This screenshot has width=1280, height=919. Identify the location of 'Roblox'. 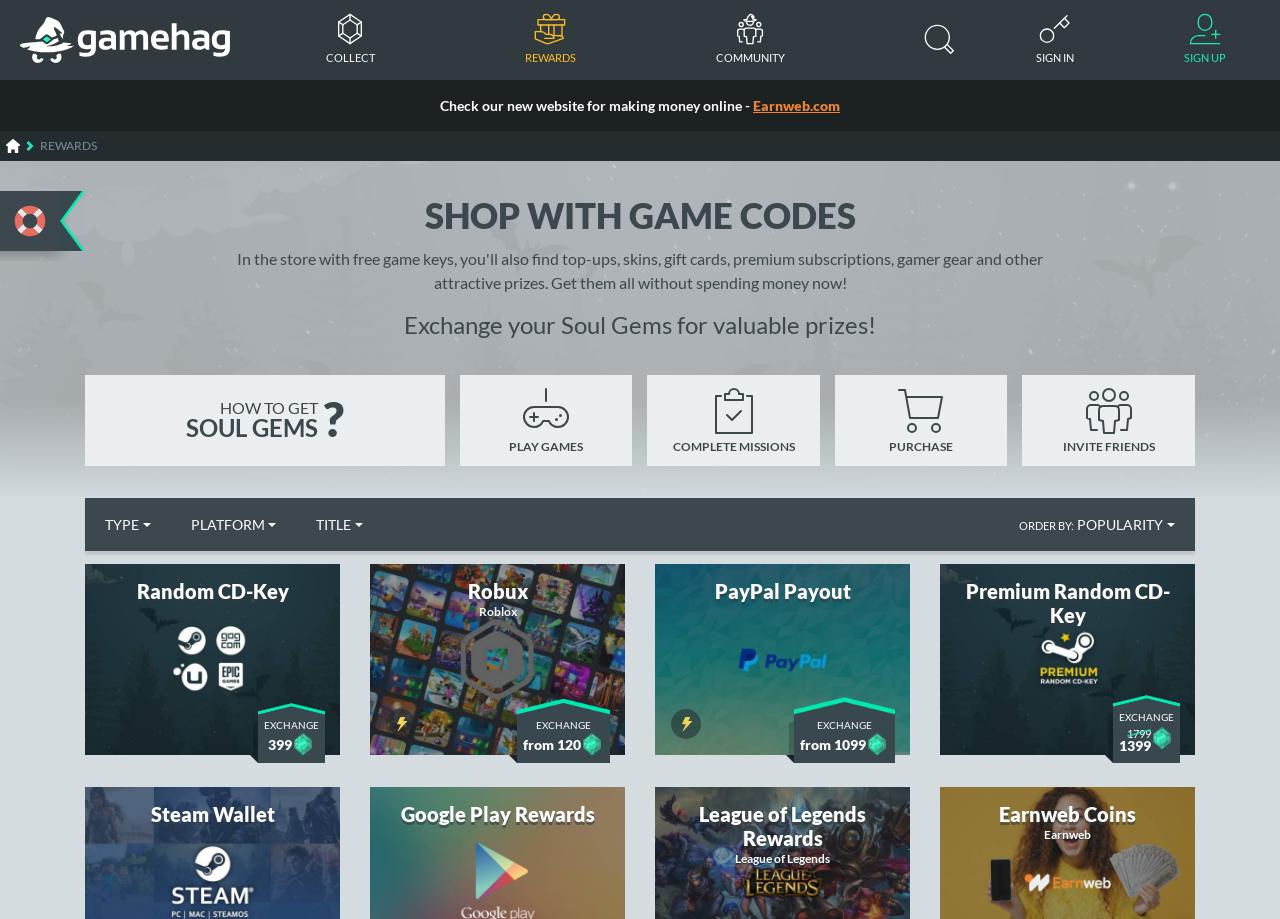
(497, 610).